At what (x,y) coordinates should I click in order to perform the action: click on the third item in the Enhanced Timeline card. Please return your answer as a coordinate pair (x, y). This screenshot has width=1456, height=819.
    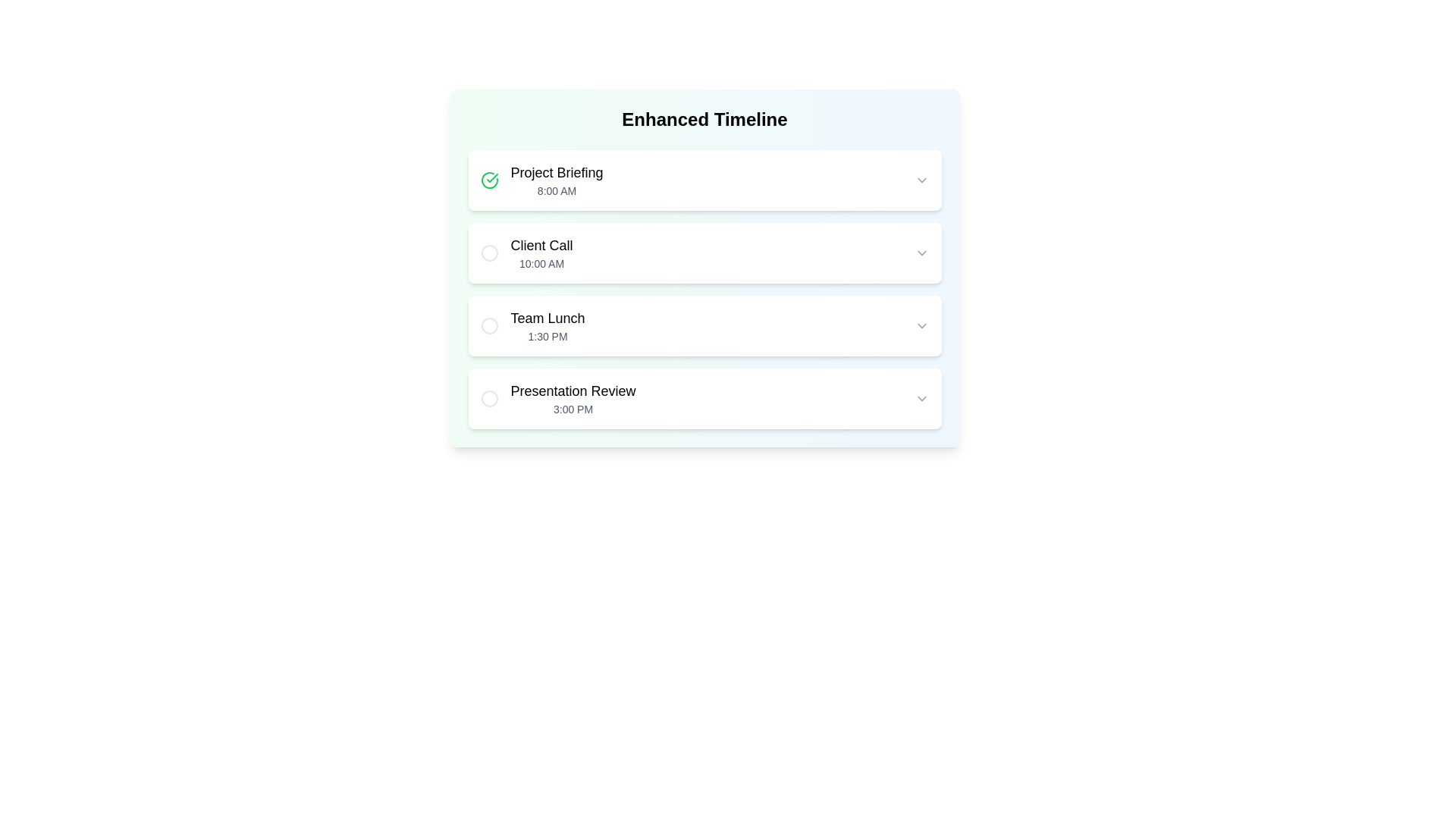
    Looking at the image, I should click on (704, 325).